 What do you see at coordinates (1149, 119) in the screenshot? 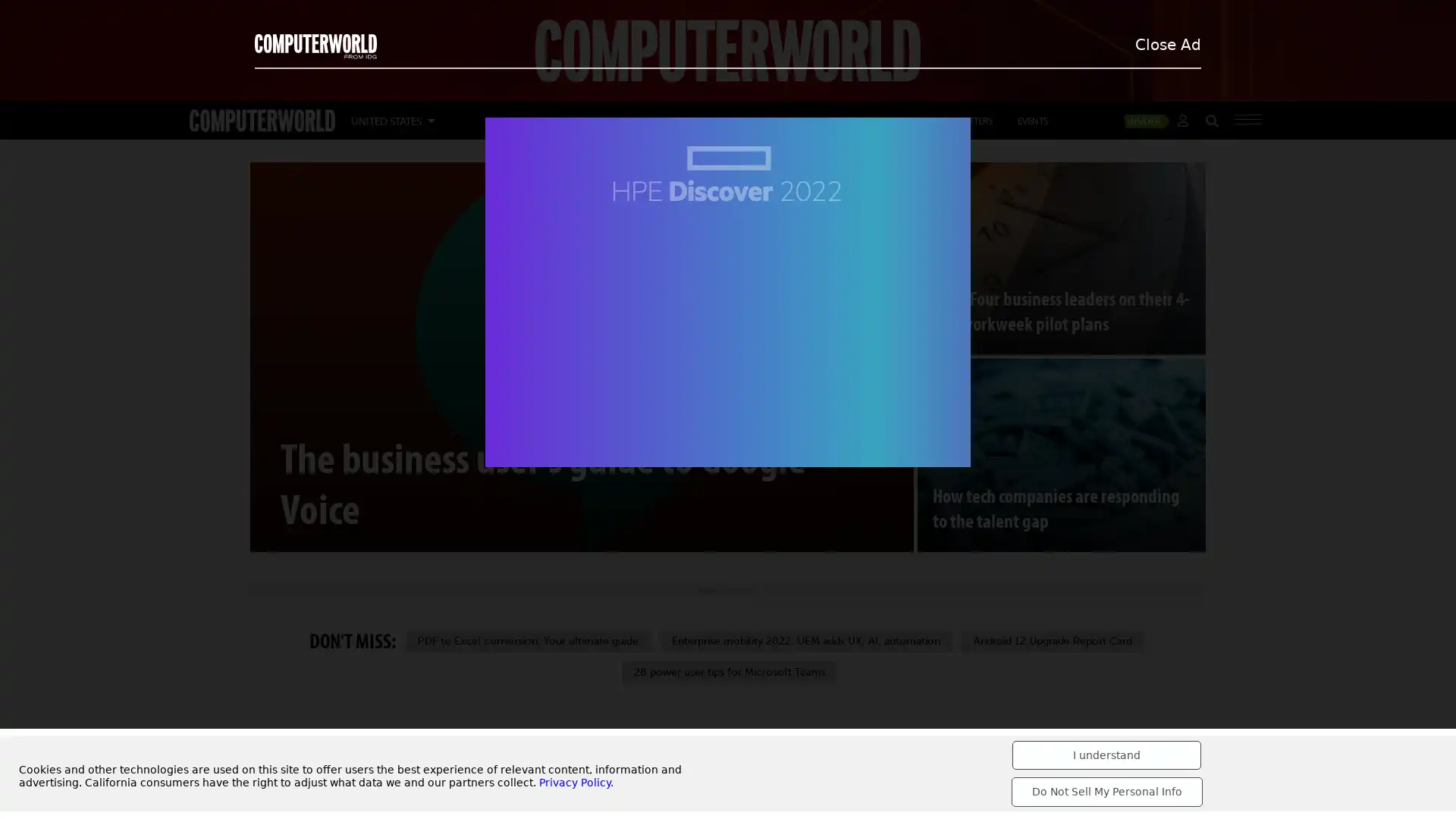
I see `Insider content` at bounding box center [1149, 119].